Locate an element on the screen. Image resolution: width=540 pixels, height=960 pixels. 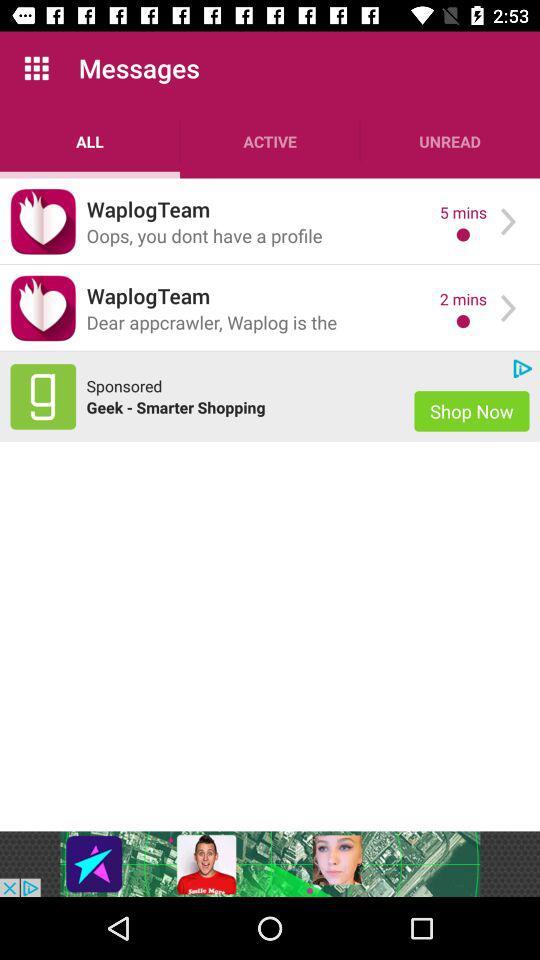
favorite is located at coordinates (43, 308).